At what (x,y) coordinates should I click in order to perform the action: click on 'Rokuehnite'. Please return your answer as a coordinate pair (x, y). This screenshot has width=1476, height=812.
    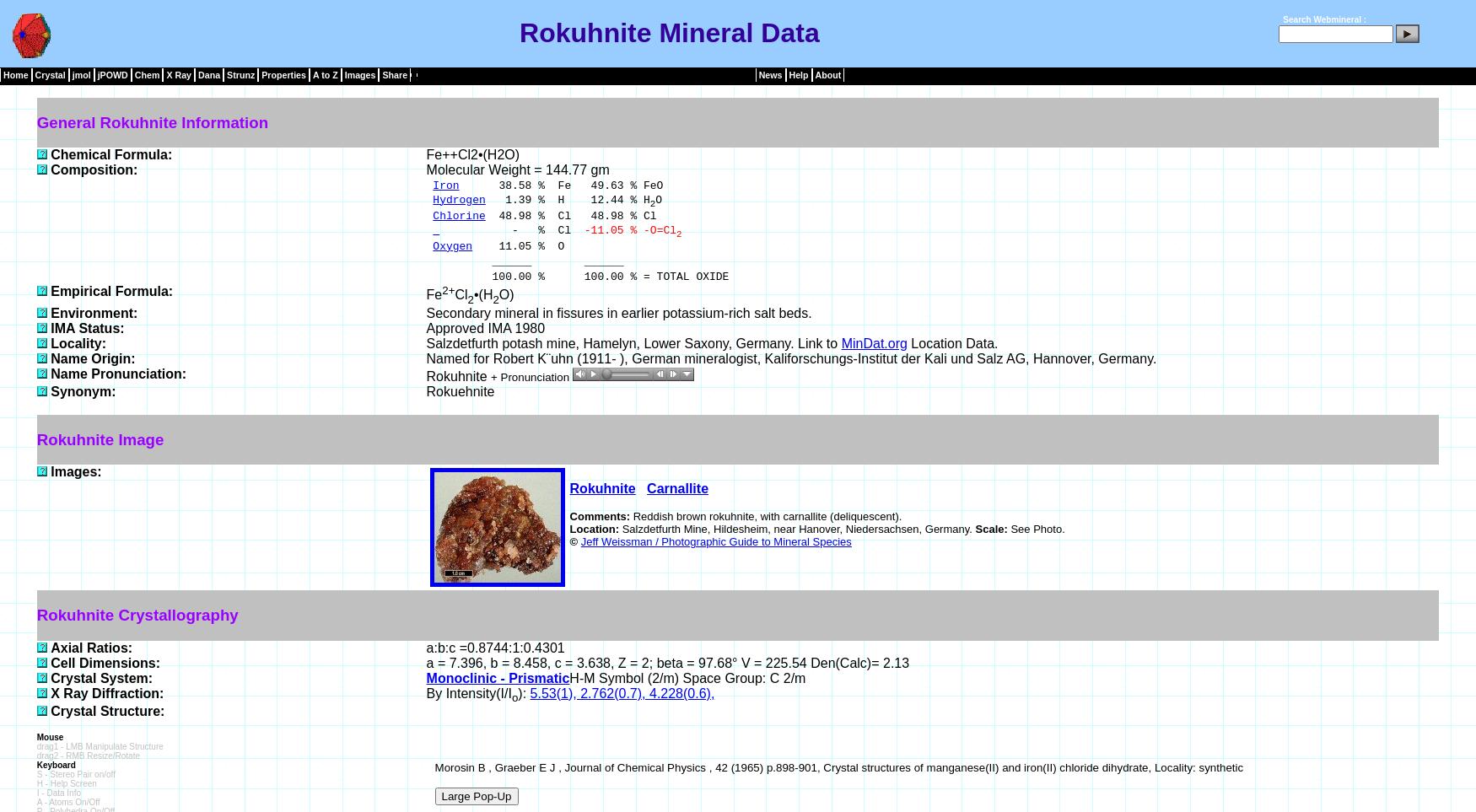
    Looking at the image, I should click on (459, 390).